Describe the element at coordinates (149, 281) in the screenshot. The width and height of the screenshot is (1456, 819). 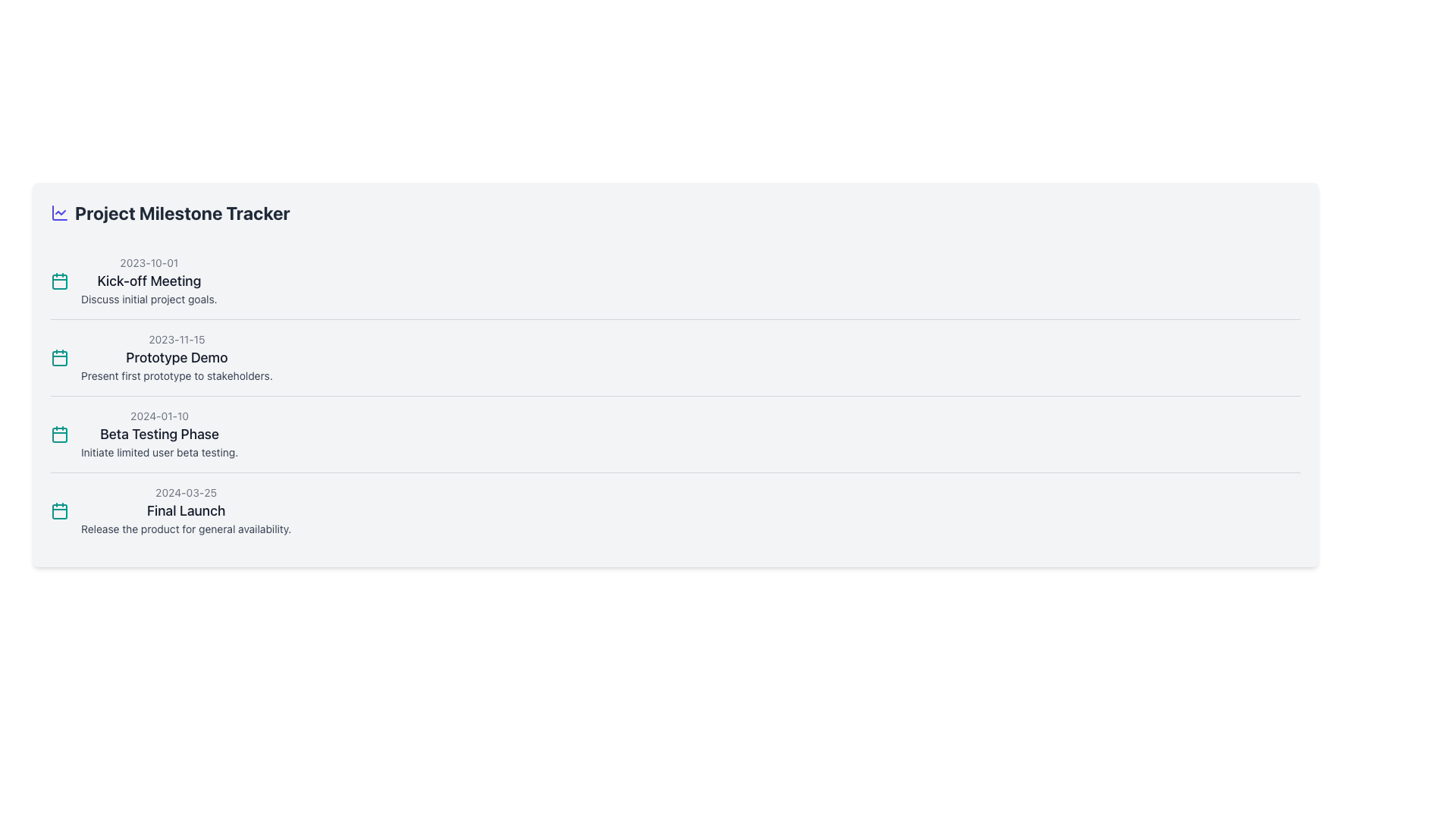
I see `text content of the textual block that contains the date '2023-10-01', the title 'Kick-off Meeting', and the description 'Discuss initial project goals.'` at that location.